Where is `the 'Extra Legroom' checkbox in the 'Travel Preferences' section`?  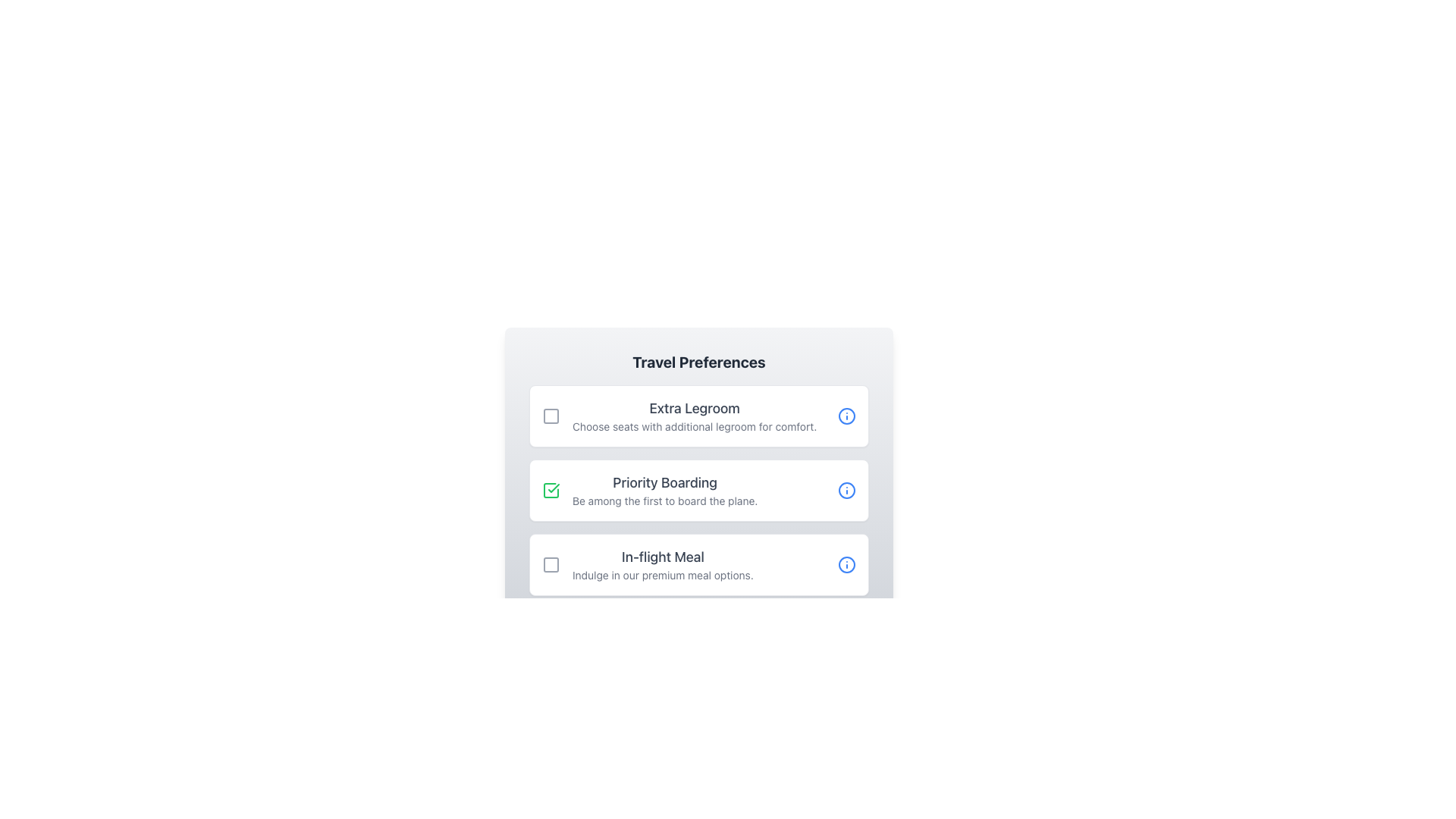
the 'Extra Legroom' checkbox in the 'Travel Preferences' section is located at coordinates (679, 416).